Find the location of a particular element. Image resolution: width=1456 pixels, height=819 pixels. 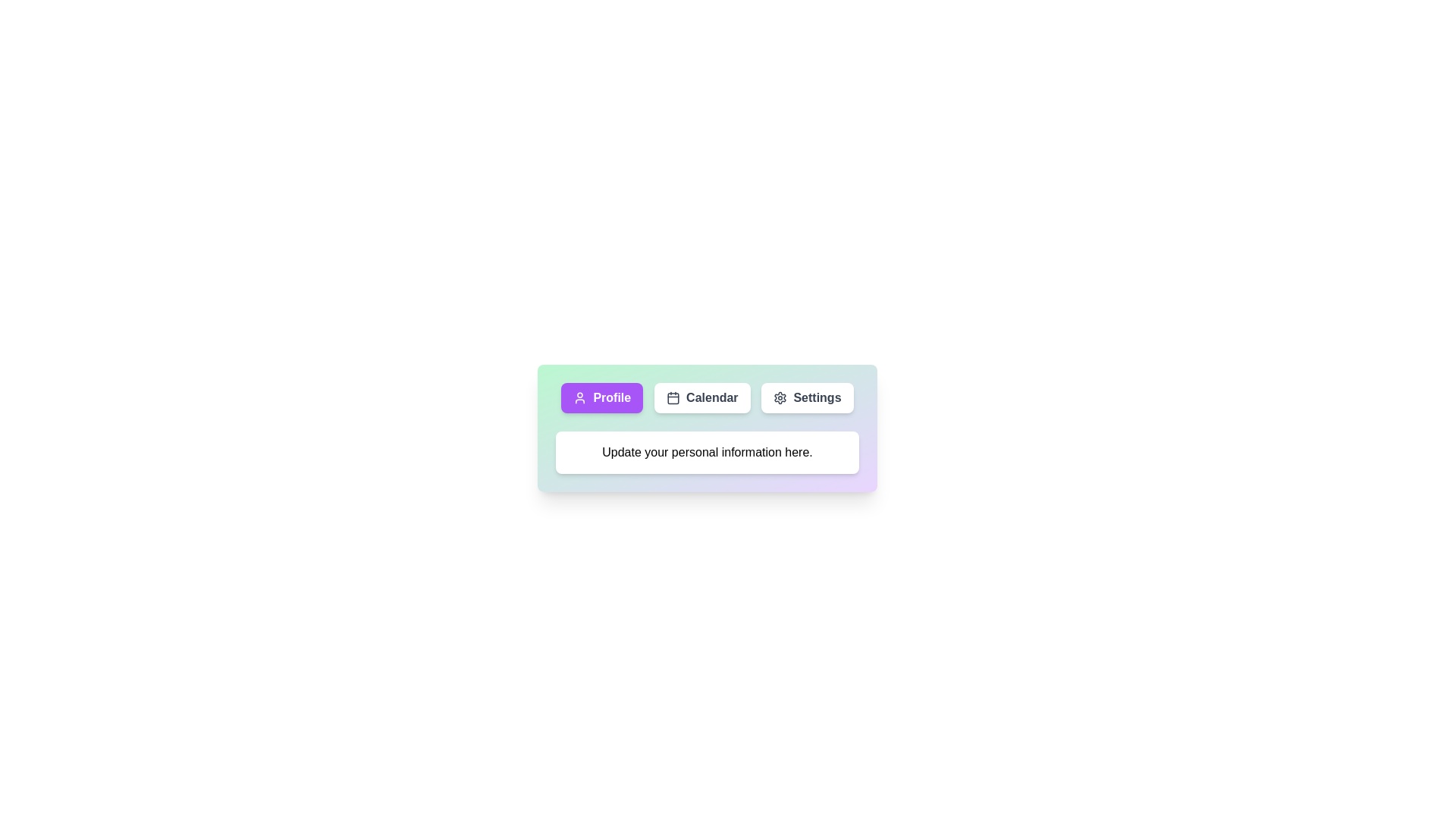

the calendar icon, which is a minimalist outline style calendar situated to the left within the 'Calendar' button at the top area of the interface is located at coordinates (673, 397).